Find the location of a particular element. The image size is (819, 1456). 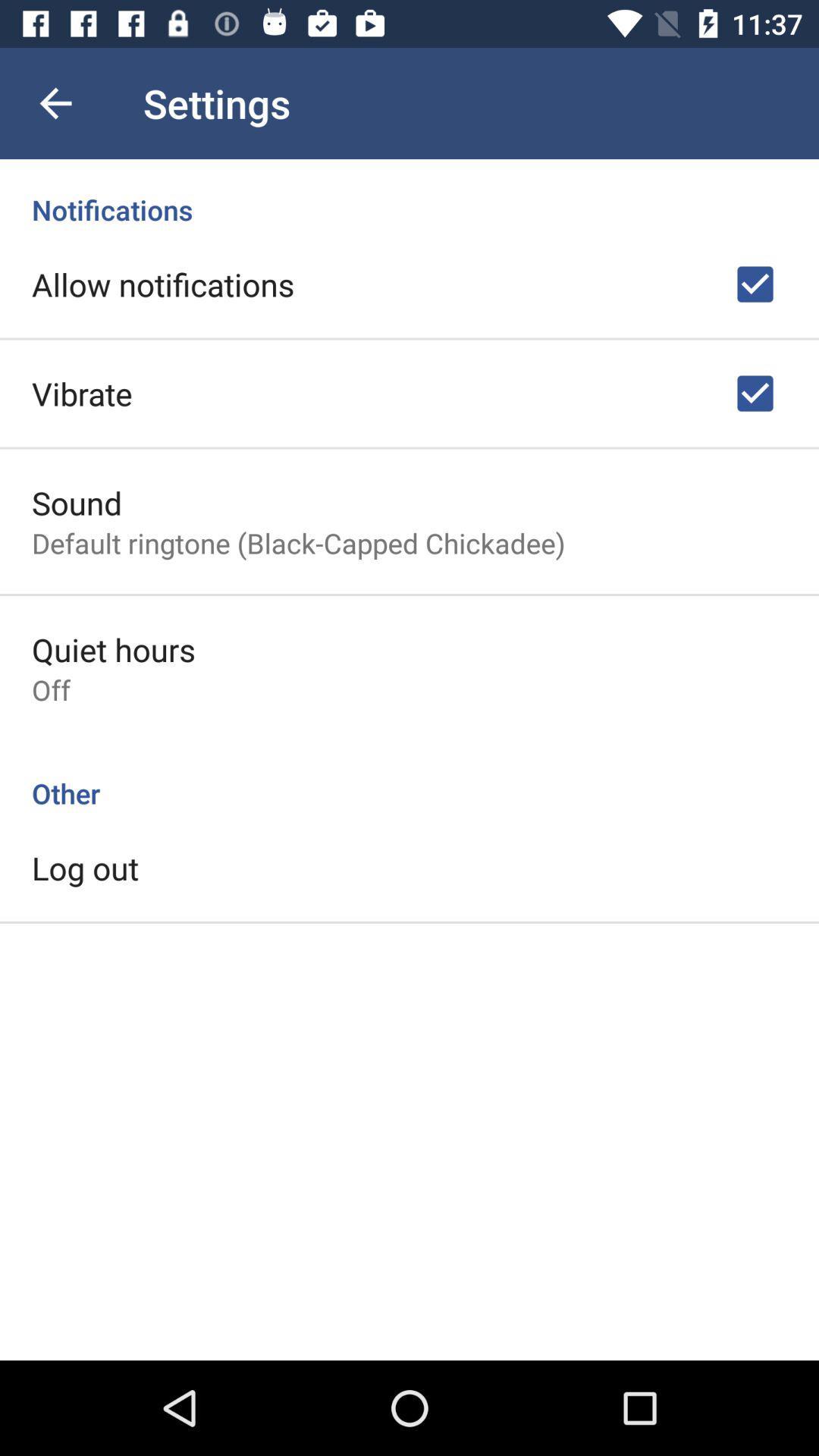

the item below the allow notifications is located at coordinates (82, 393).